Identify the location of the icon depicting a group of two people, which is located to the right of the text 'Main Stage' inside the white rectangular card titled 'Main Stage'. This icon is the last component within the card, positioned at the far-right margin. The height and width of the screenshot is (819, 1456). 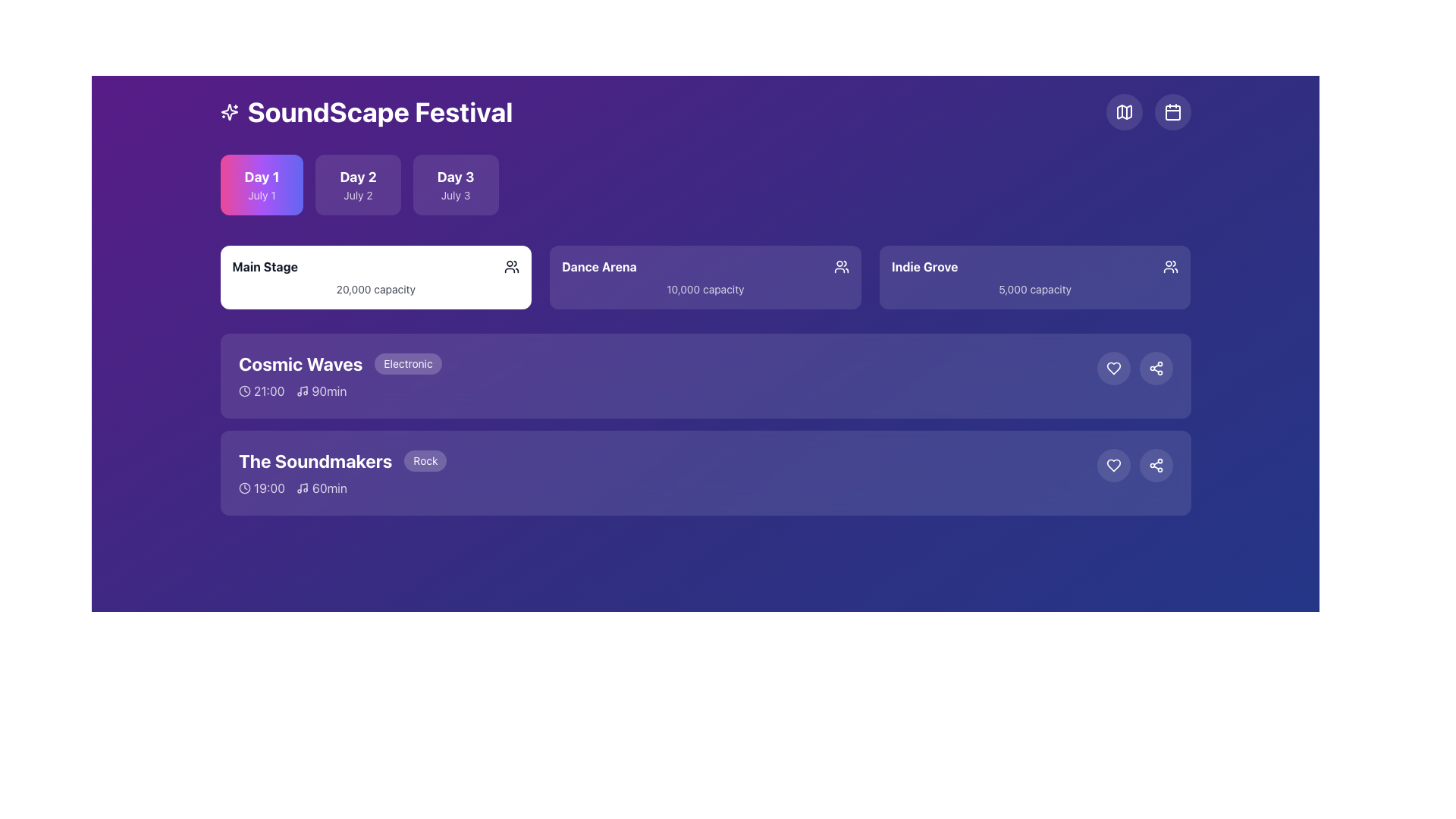
(512, 265).